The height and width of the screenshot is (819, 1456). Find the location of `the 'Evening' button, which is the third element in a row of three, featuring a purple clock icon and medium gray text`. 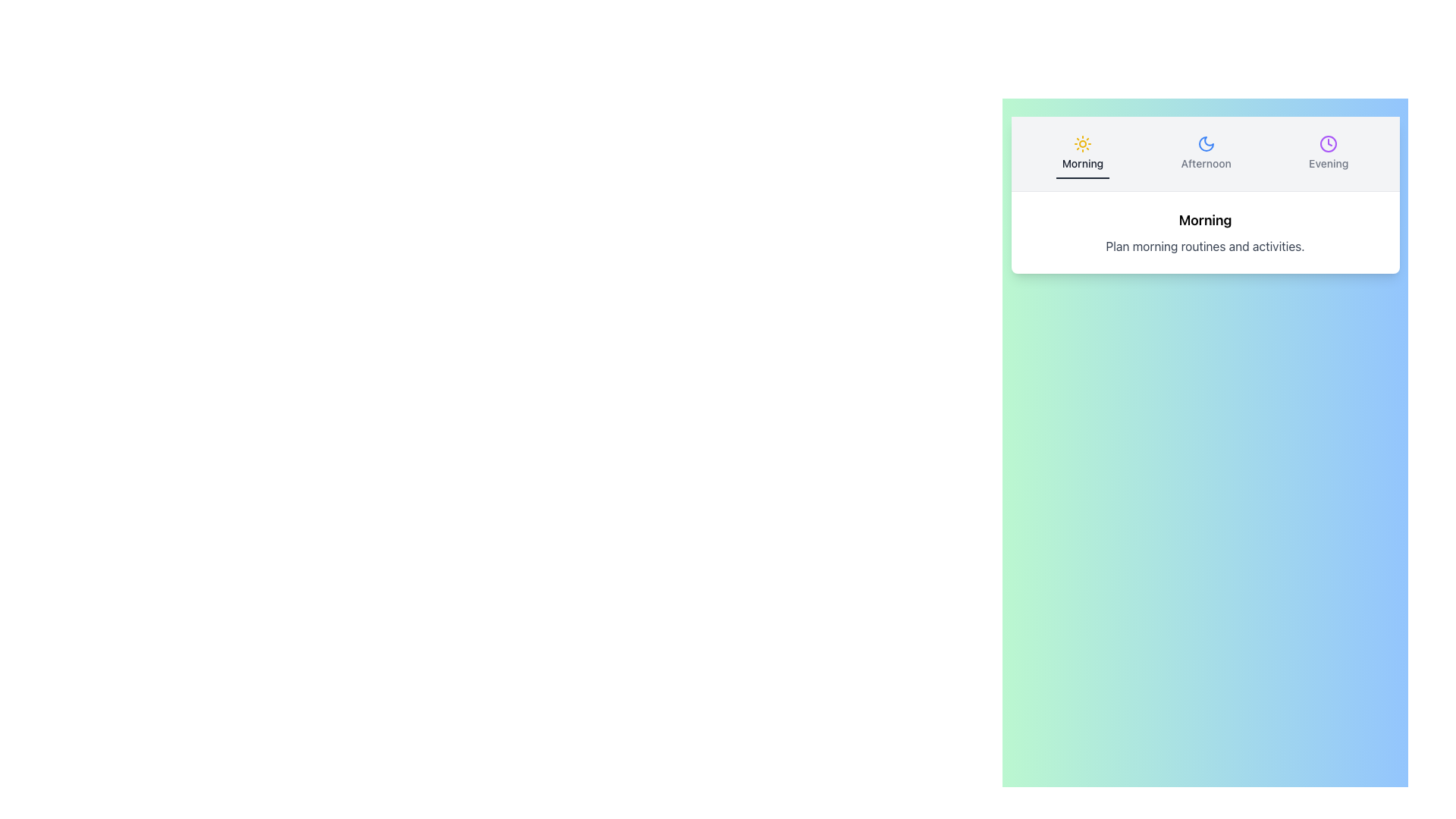

the 'Evening' button, which is the third element in a row of three, featuring a purple clock icon and medium gray text is located at coordinates (1328, 154).